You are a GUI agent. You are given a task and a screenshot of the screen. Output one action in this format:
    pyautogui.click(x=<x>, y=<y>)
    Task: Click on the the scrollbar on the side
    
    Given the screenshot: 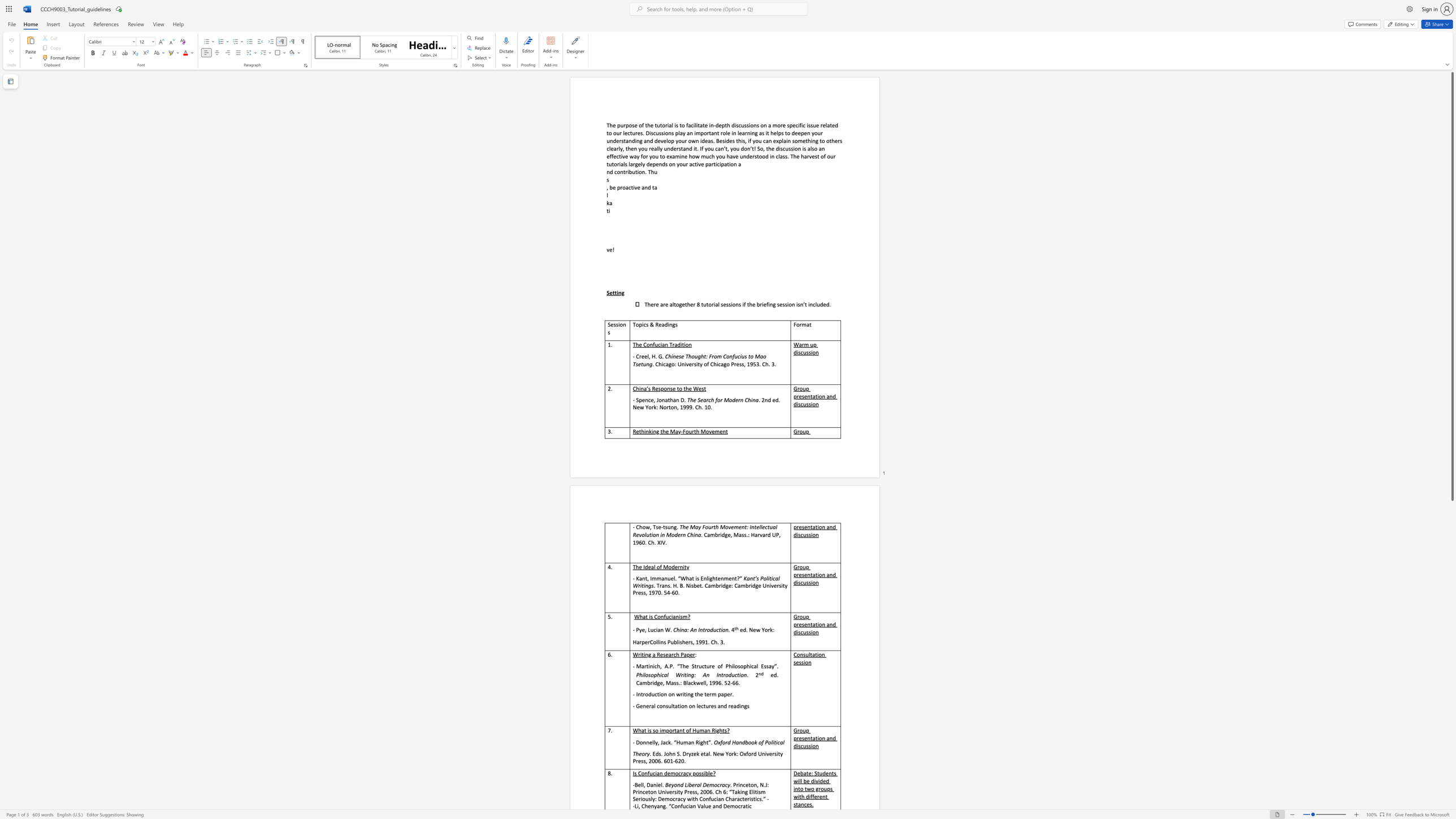 What is the action you would take?
    pyautogui.click(x=1451, y=773)
    